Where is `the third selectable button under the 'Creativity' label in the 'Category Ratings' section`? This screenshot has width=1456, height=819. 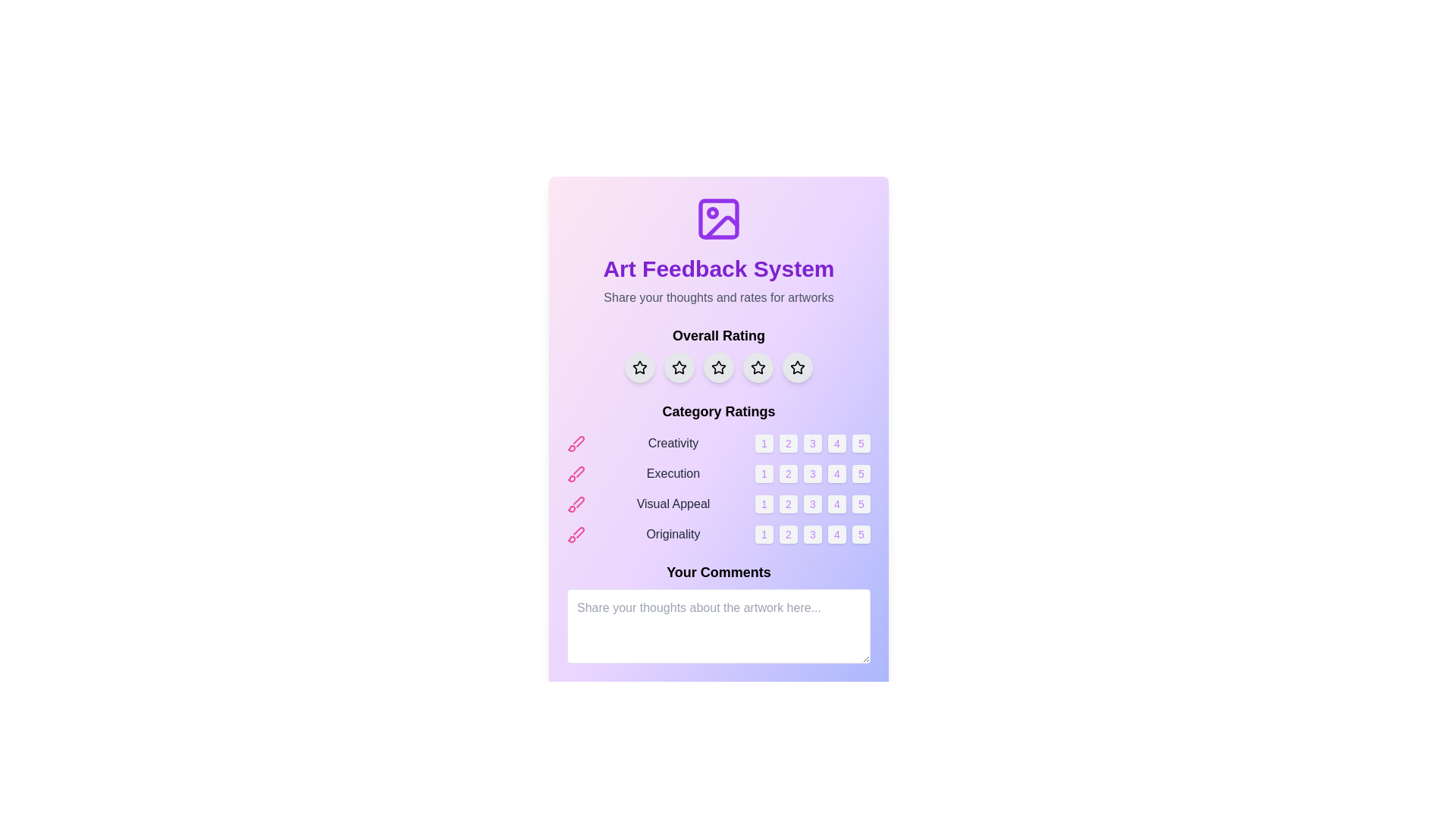
the third selectable button under the 'Creativity' label in the 'Category Ratings' section is located at coordinates (811, 444).